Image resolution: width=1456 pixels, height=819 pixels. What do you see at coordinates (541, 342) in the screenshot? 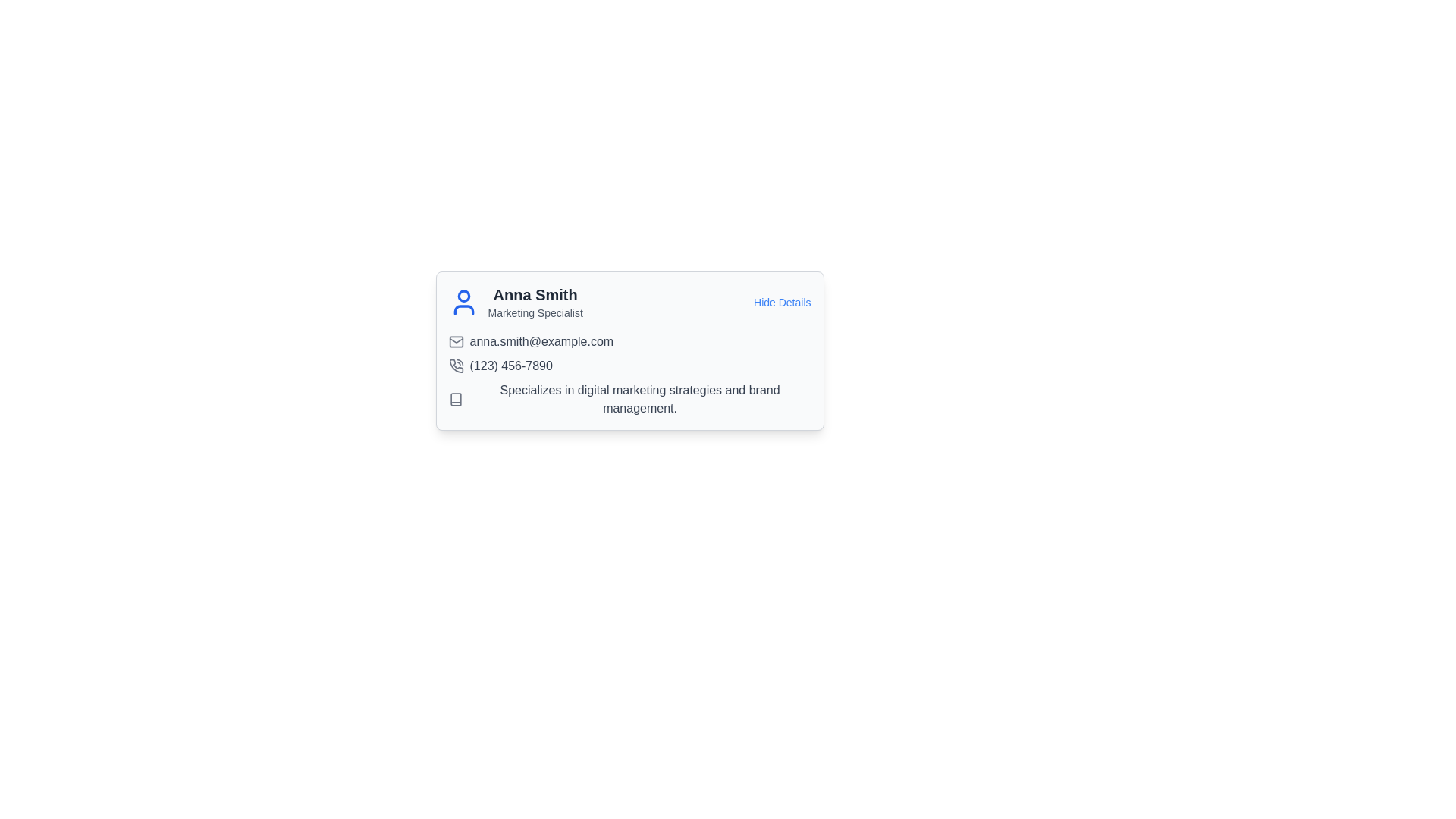
I see `the text label displaying the email address 'anna.smith@example.com' within the contact card interface, styled in gray and located beneath the name and job title` at bounding box center [541, 342].